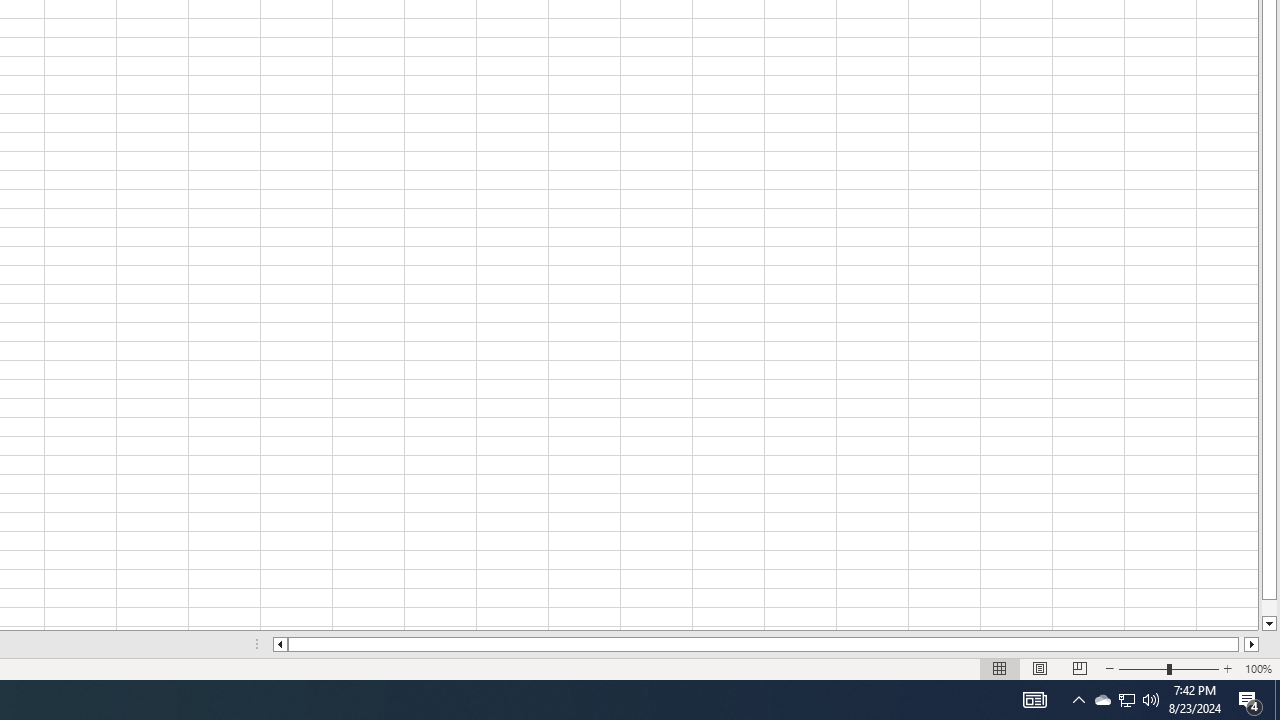 The width and height of the screenshot is (1280, 720). I want to click on 'Column left', so click(278, 644).